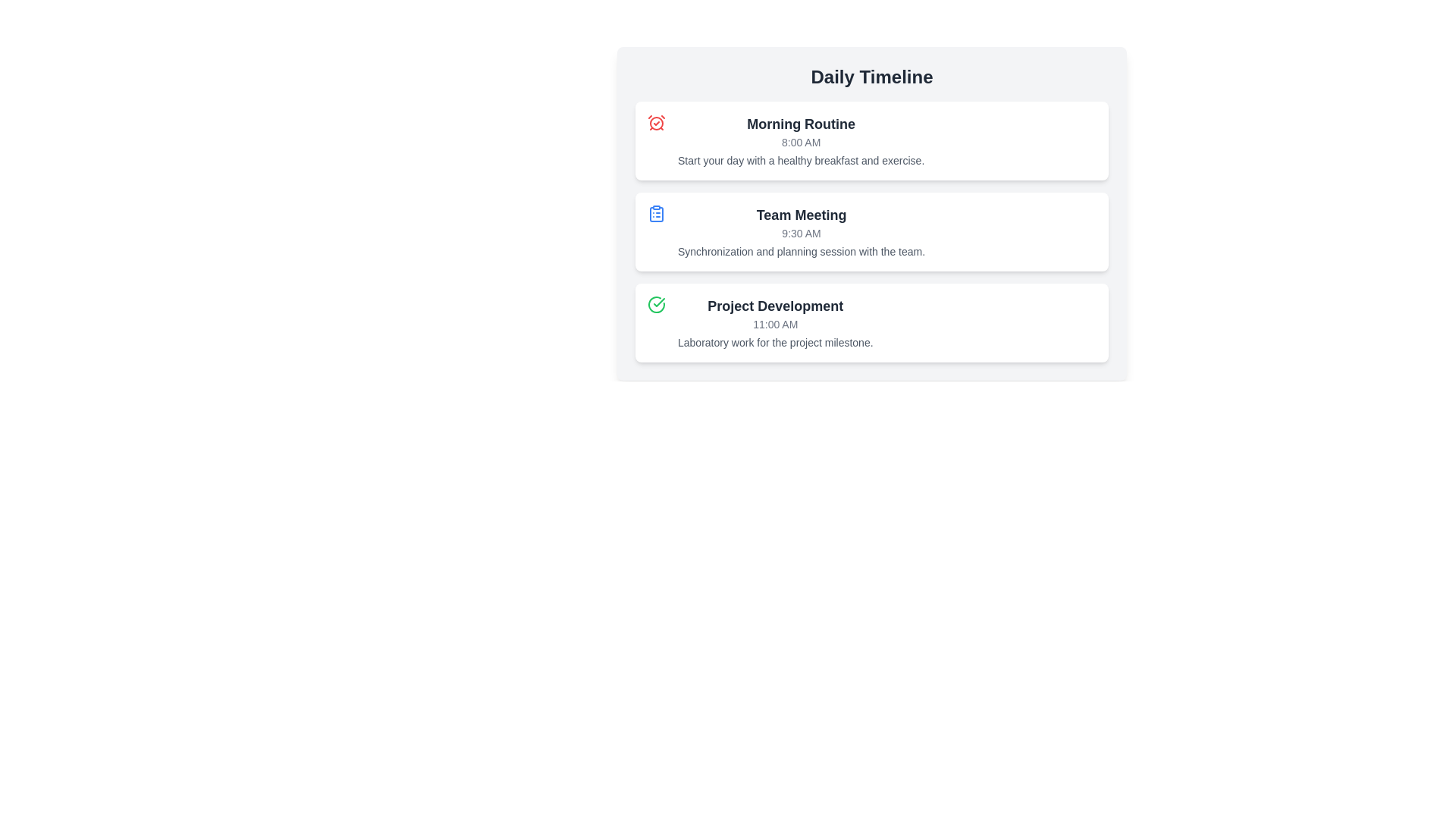 This screenshot has width=1456, height=819. What do you see at coordinates (656, 304) in the screenshot?
I see `the status icon located at the top-left corner of the 'Project Development' card next to its title text` at bounding box center [656, 304].